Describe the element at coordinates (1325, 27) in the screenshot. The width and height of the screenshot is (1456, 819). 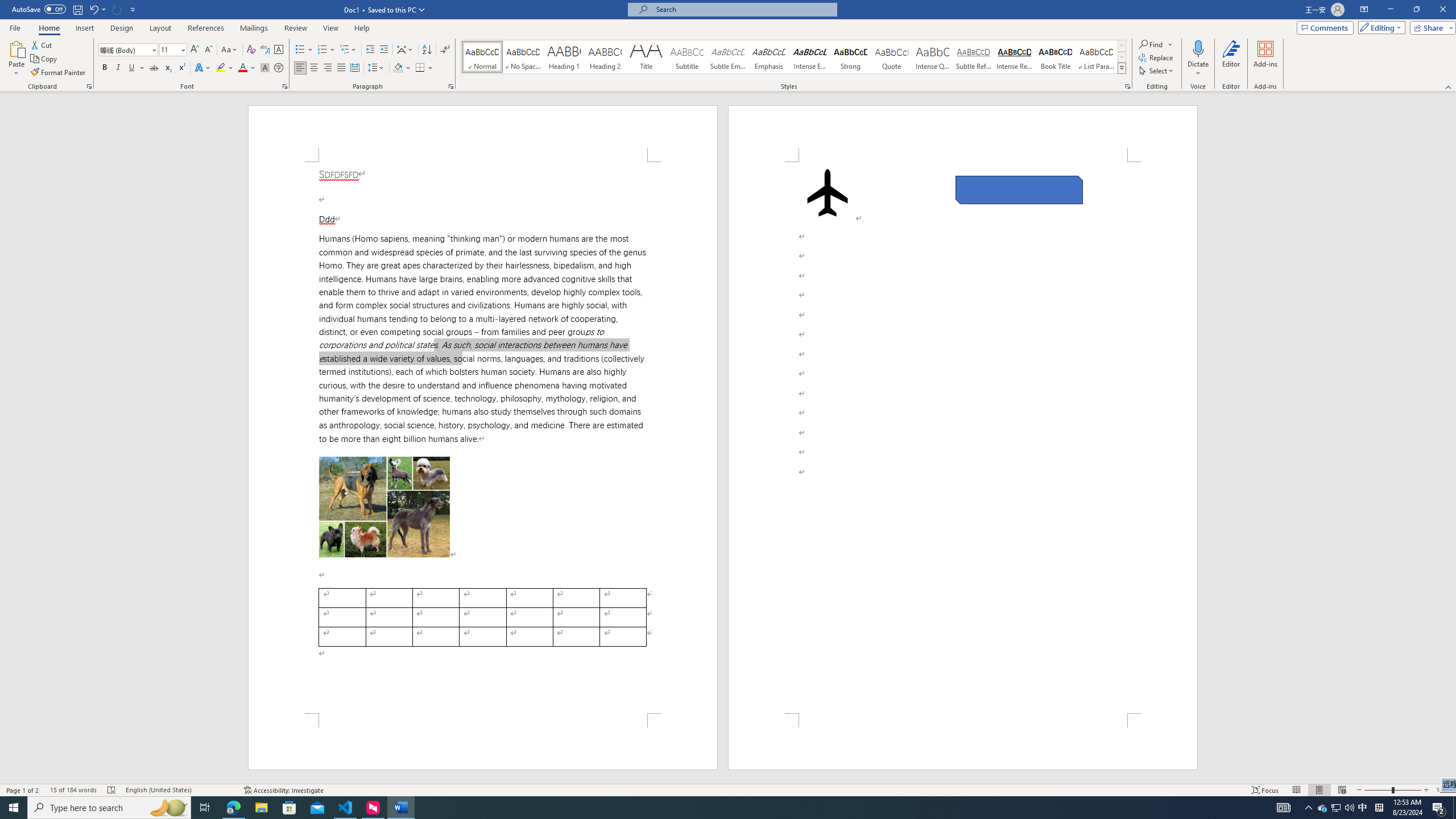
I see `'Comments'` at that location.